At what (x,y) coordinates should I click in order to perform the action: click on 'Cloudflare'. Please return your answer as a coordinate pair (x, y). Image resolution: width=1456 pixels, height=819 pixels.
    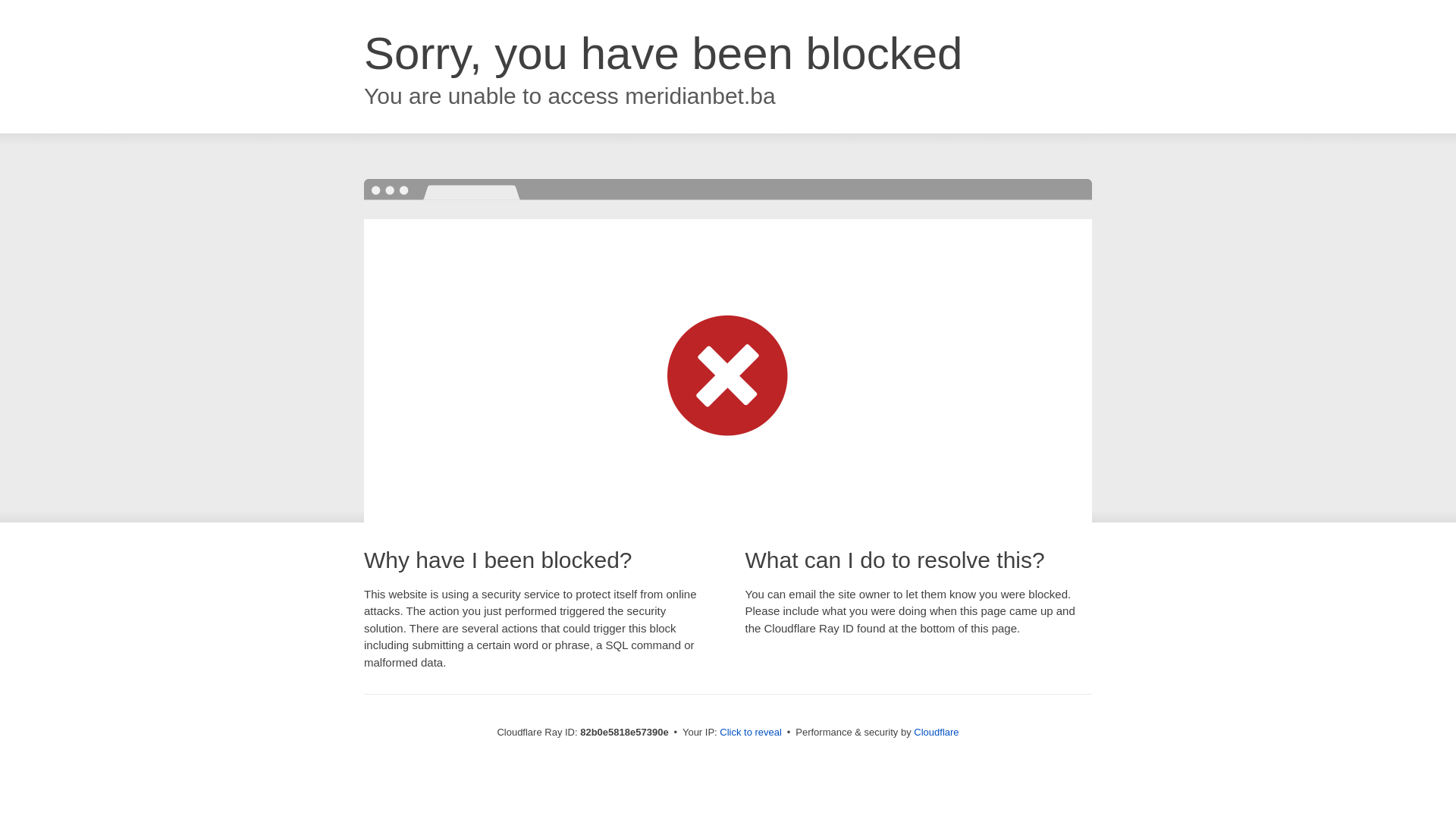
    Looking at the image, I should click on (912, 731).